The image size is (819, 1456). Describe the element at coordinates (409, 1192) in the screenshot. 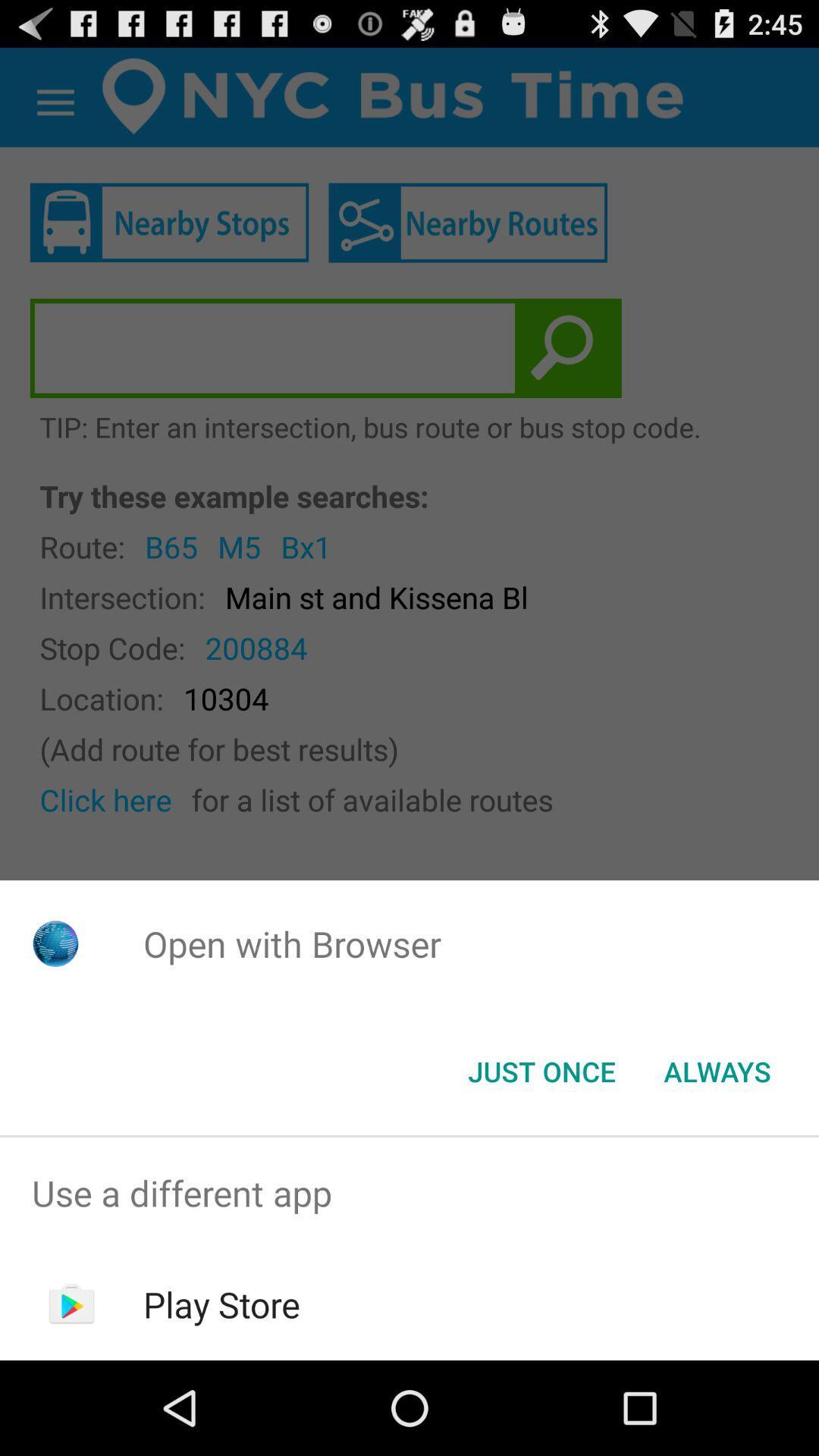

I see `the app above play store item` at that location.